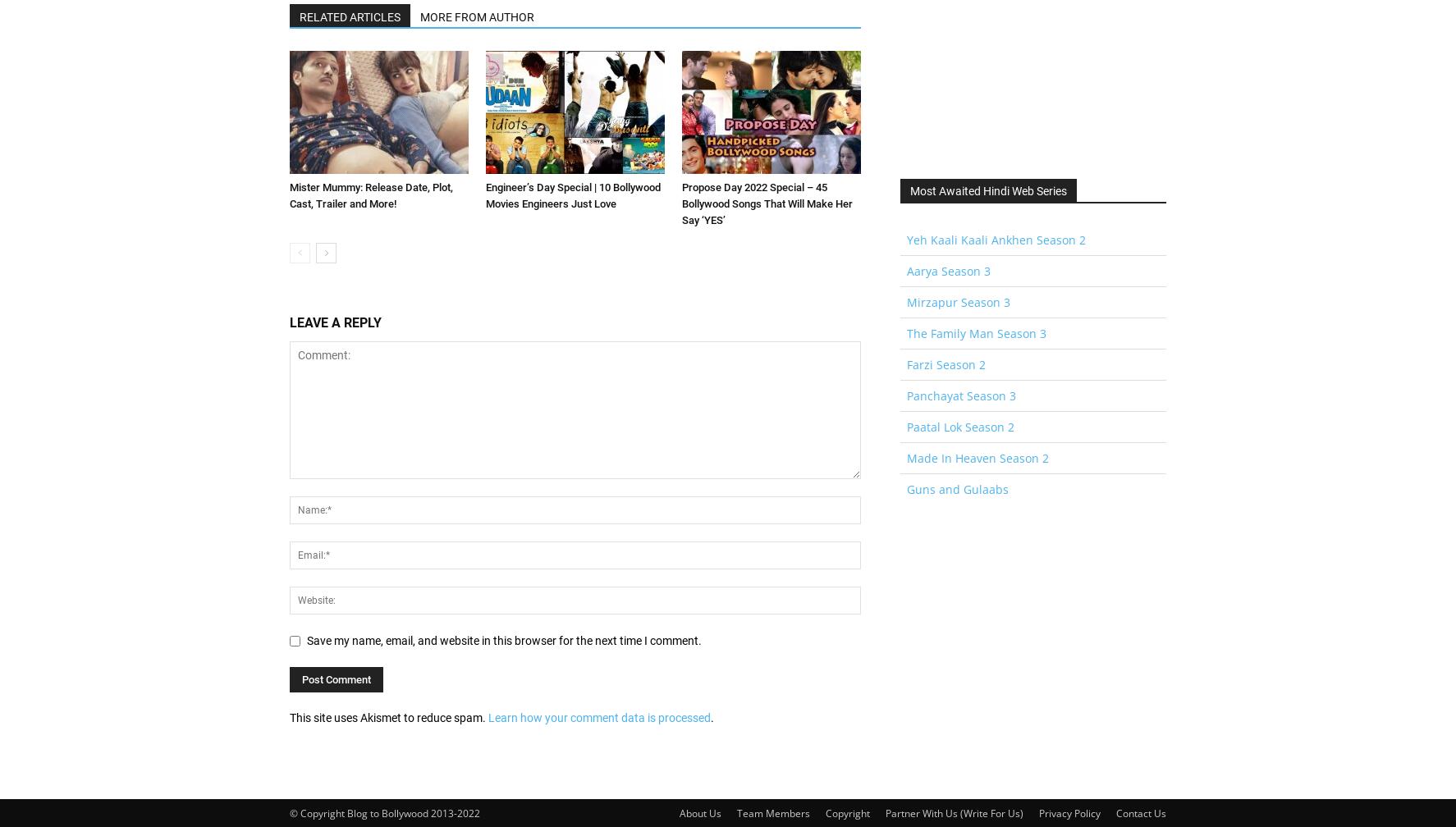 The width and height of the screenshot is (1456, 827). I want to click on 'Learn how your comment data is processed', so click(598, 717).